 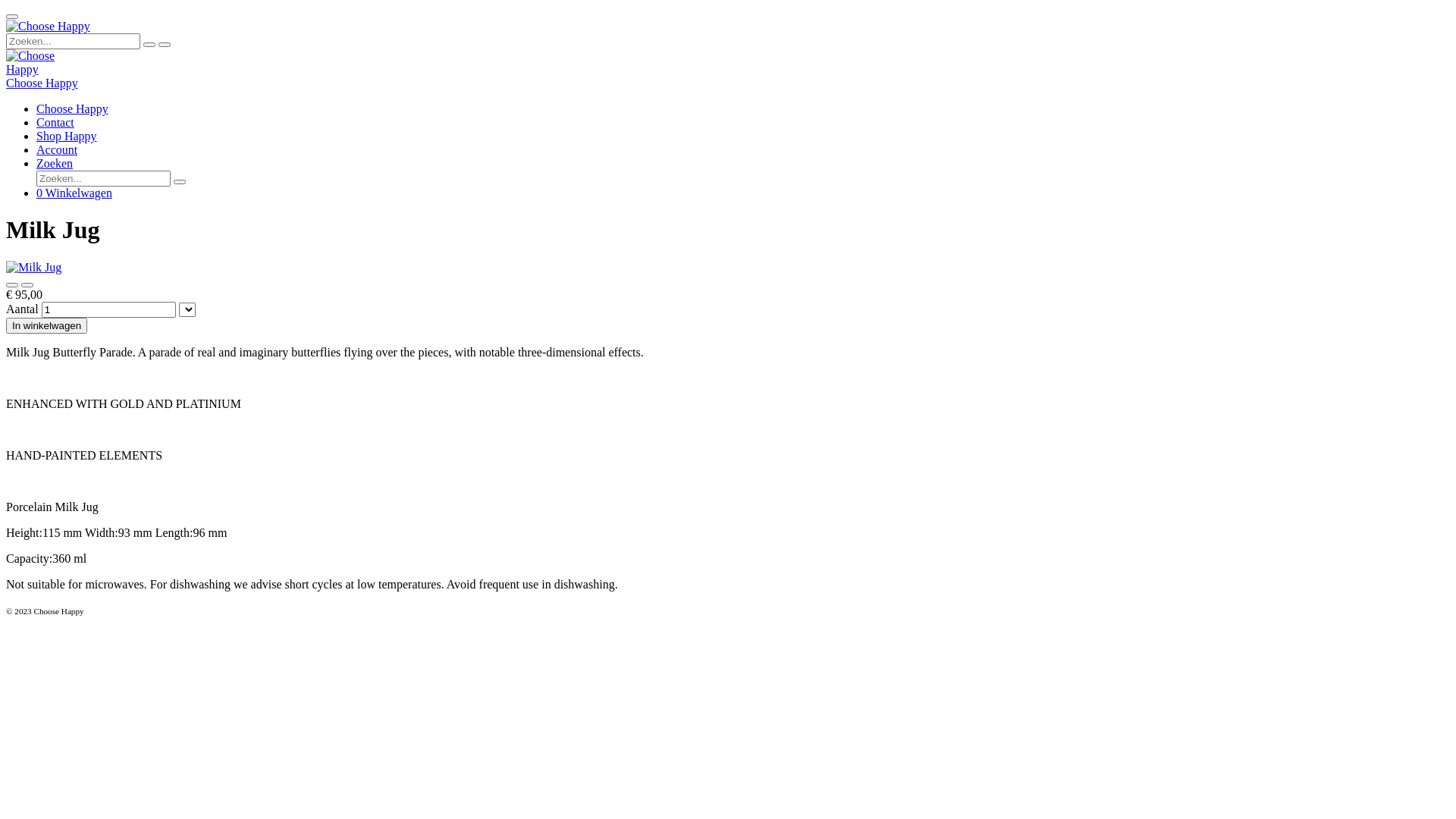 What do you see at coordinates (71, 108) in the screenshot?
I see `'Choose Happy'` at bounding box center [71, 108].